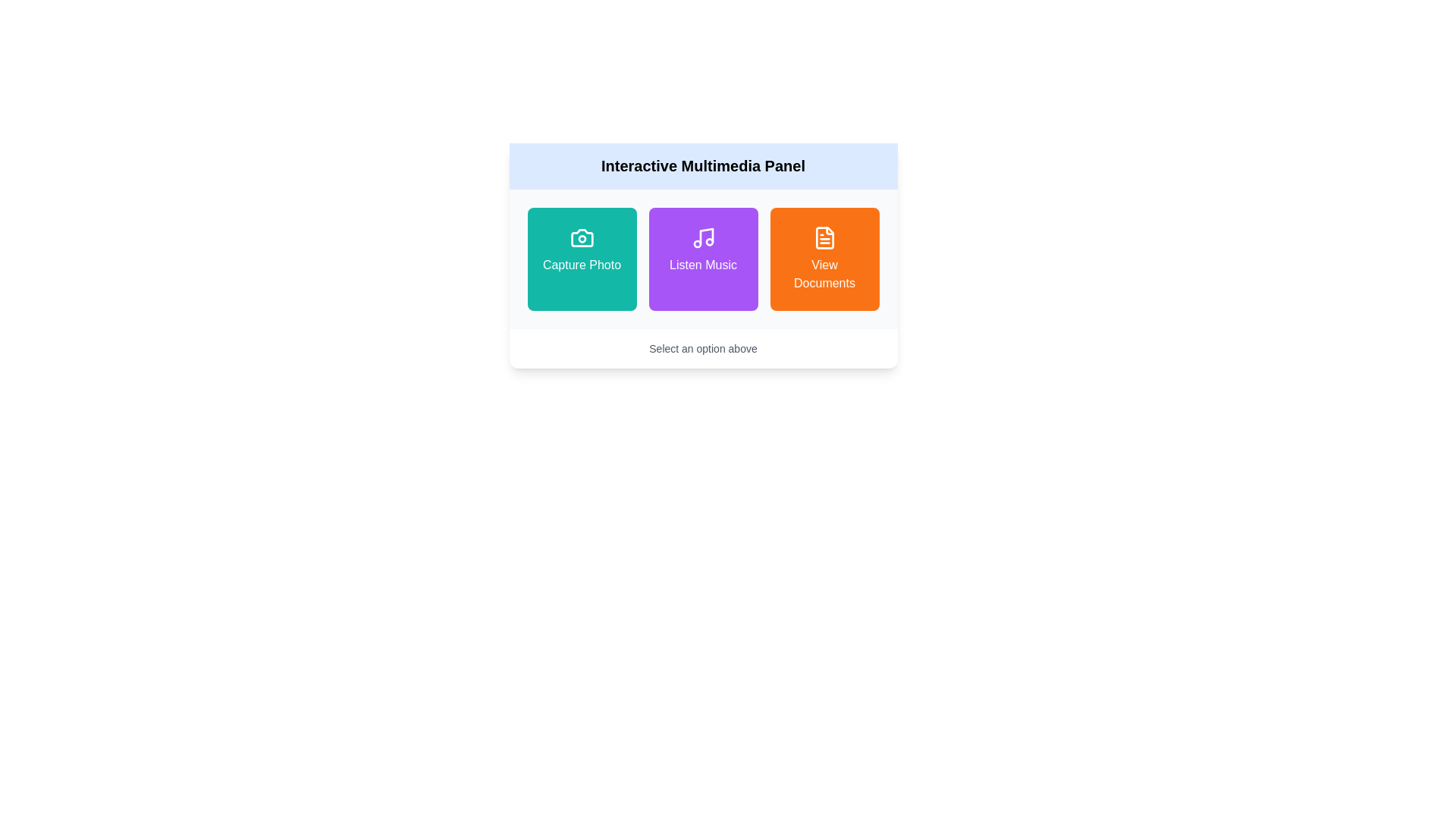 Image resolution: width=1456 pixels, height=819 pixels. Describe the element at coordinates (702, 166) in the screenshot. I see `the bold text label reading 'Interactive Multimedia Panel', which is centered at the top section of the panel against a light blue background` at that location.